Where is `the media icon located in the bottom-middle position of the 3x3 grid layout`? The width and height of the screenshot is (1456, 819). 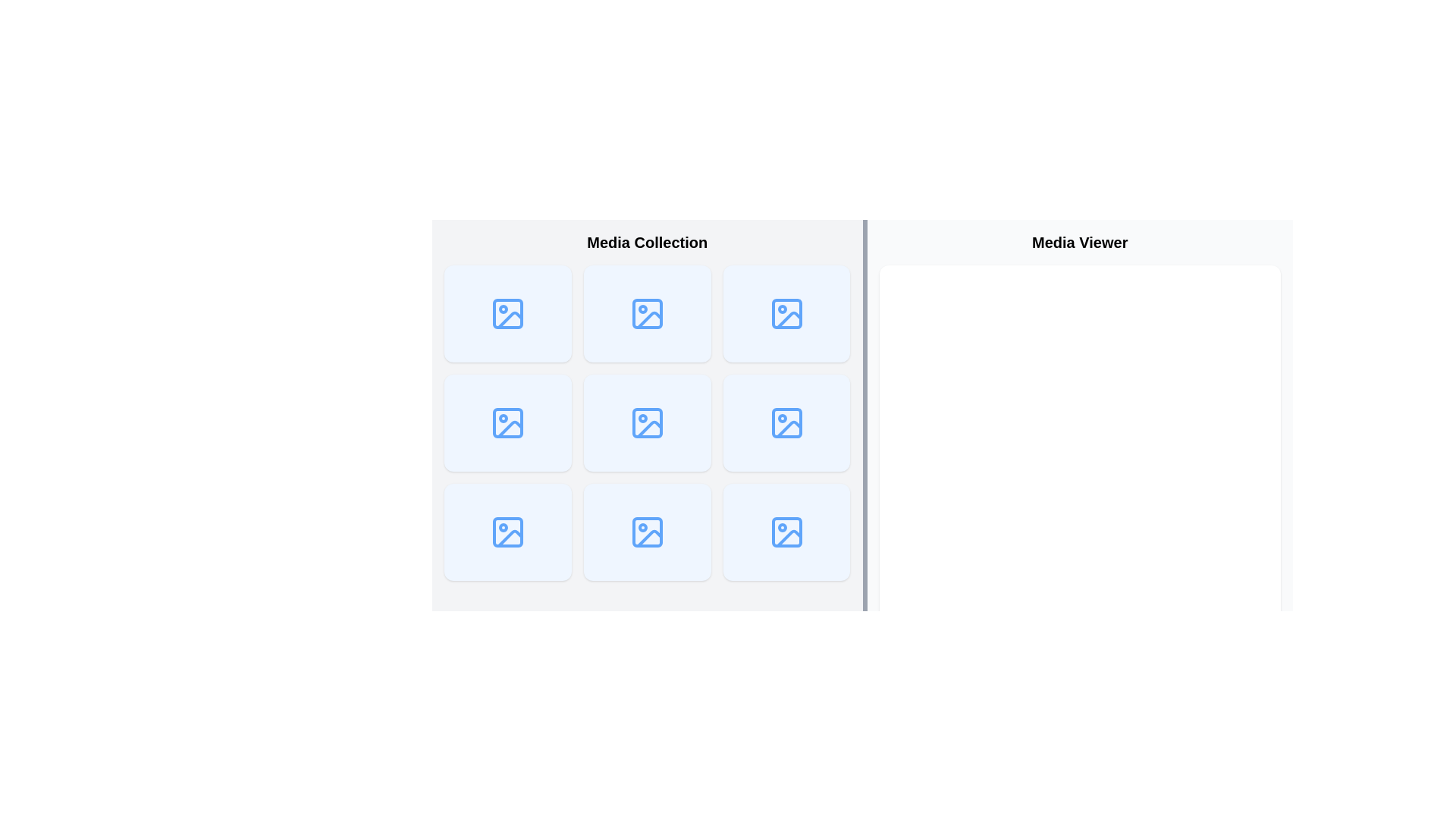
the media icon located in the bottom-middle position of the 3x3 grid layout is located at coordinates (647, 532).